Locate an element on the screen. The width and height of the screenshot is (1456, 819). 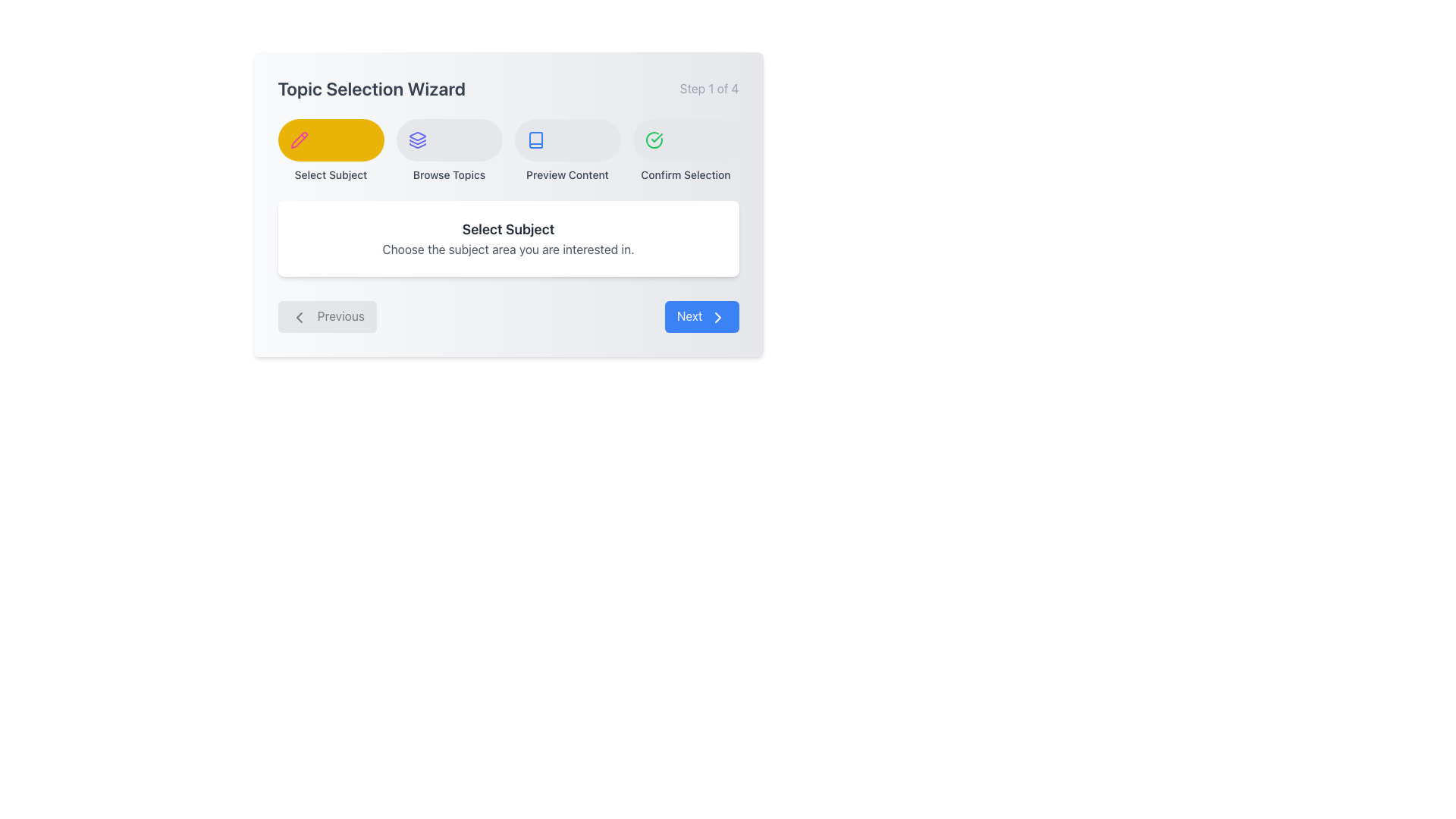
the Text Label that serves as a heading for selecting a subject, located above the description text in the center section of the interface is located at coordinates (508, 230).